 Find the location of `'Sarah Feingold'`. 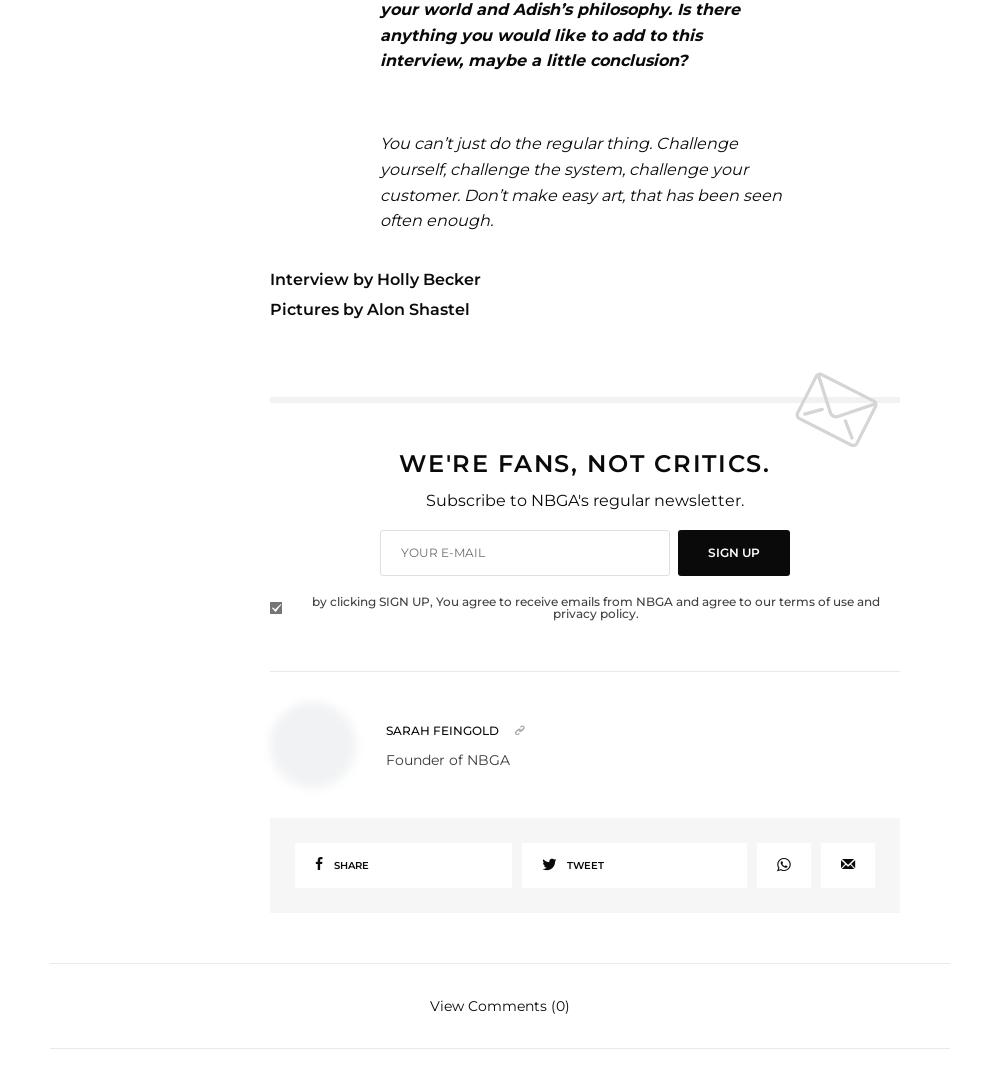

'Sarah Feingold' is located at coordinates (441, 728).